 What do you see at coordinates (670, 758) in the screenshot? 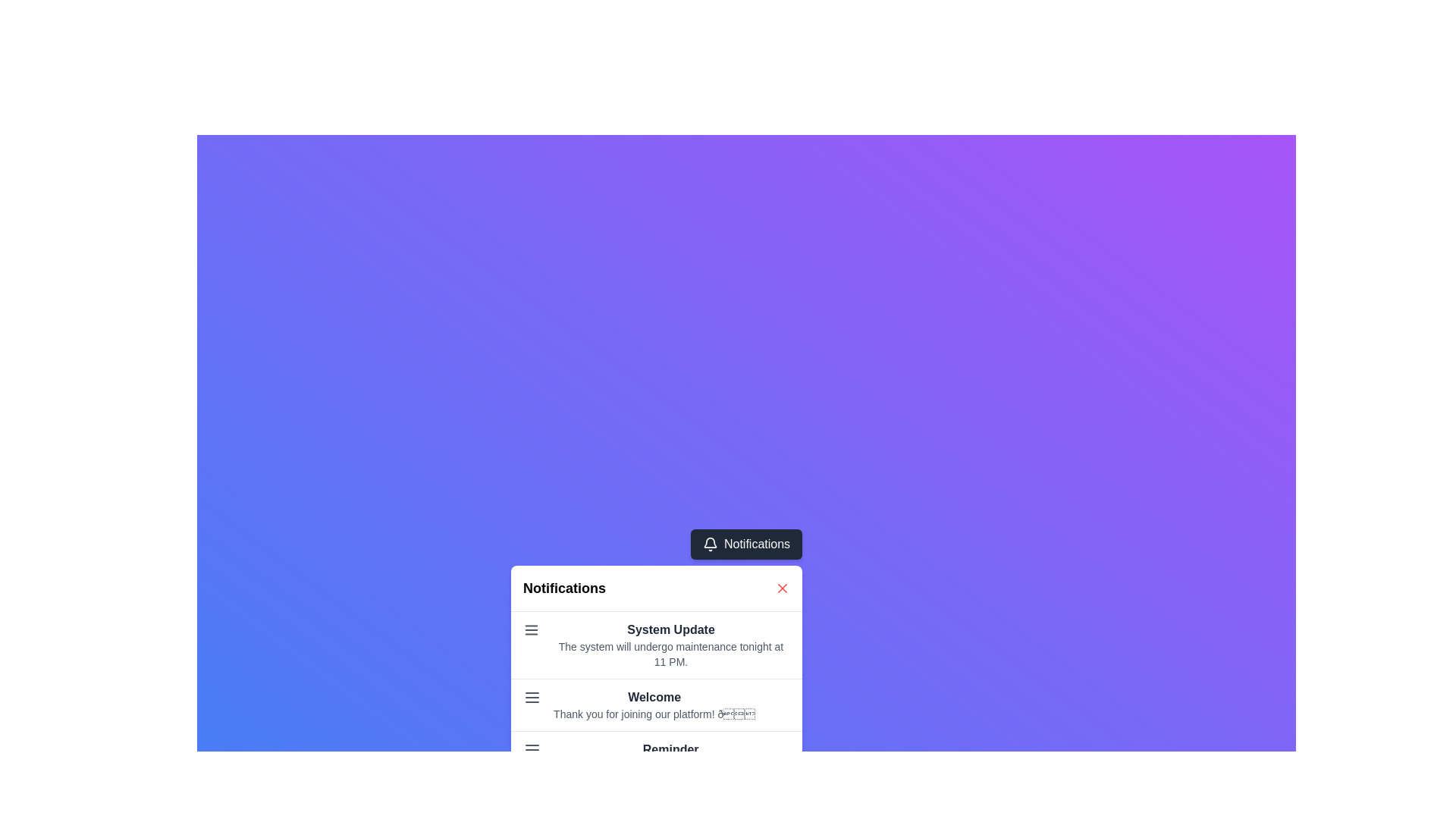
I see `the 'Reminder' text content block that displays the message 'Your meeting is scheduled for tomorrow at 10 AM.' This block is the last notification in the dropdown notification panel` at bounding box center [670, 758].